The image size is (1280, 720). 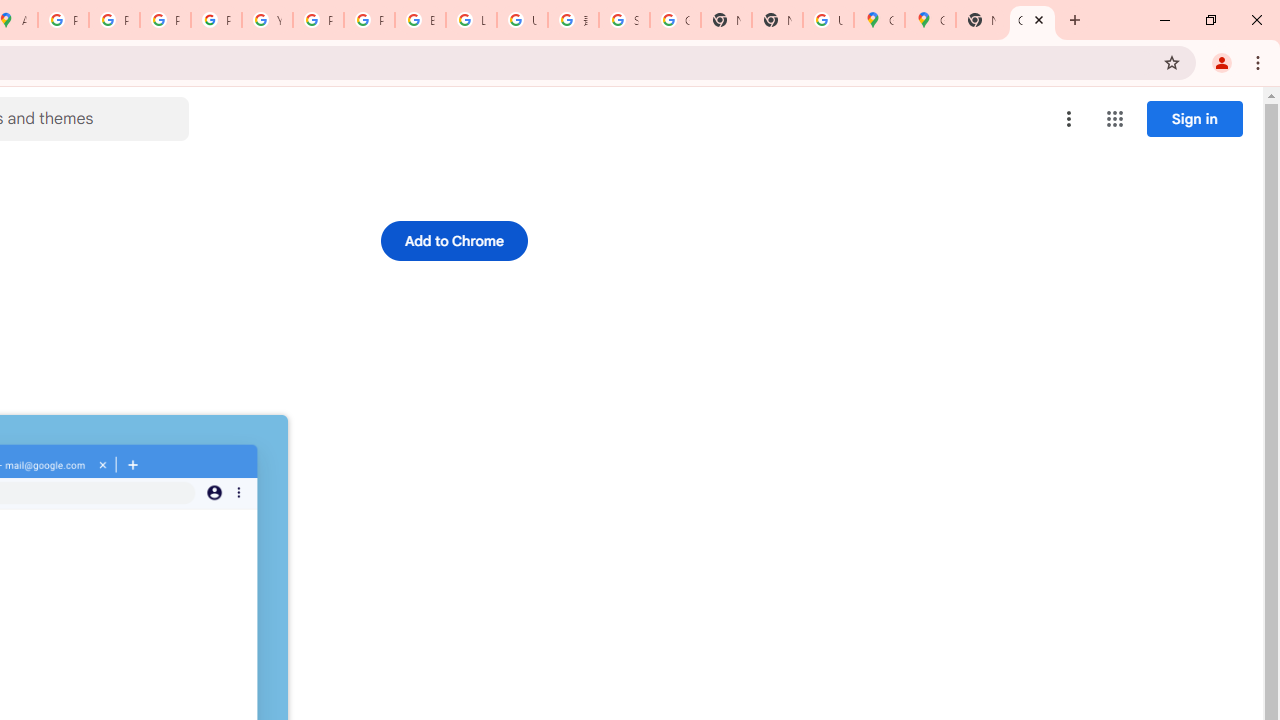 I want to click on 'Google Maps', so click(x=929, y=20).